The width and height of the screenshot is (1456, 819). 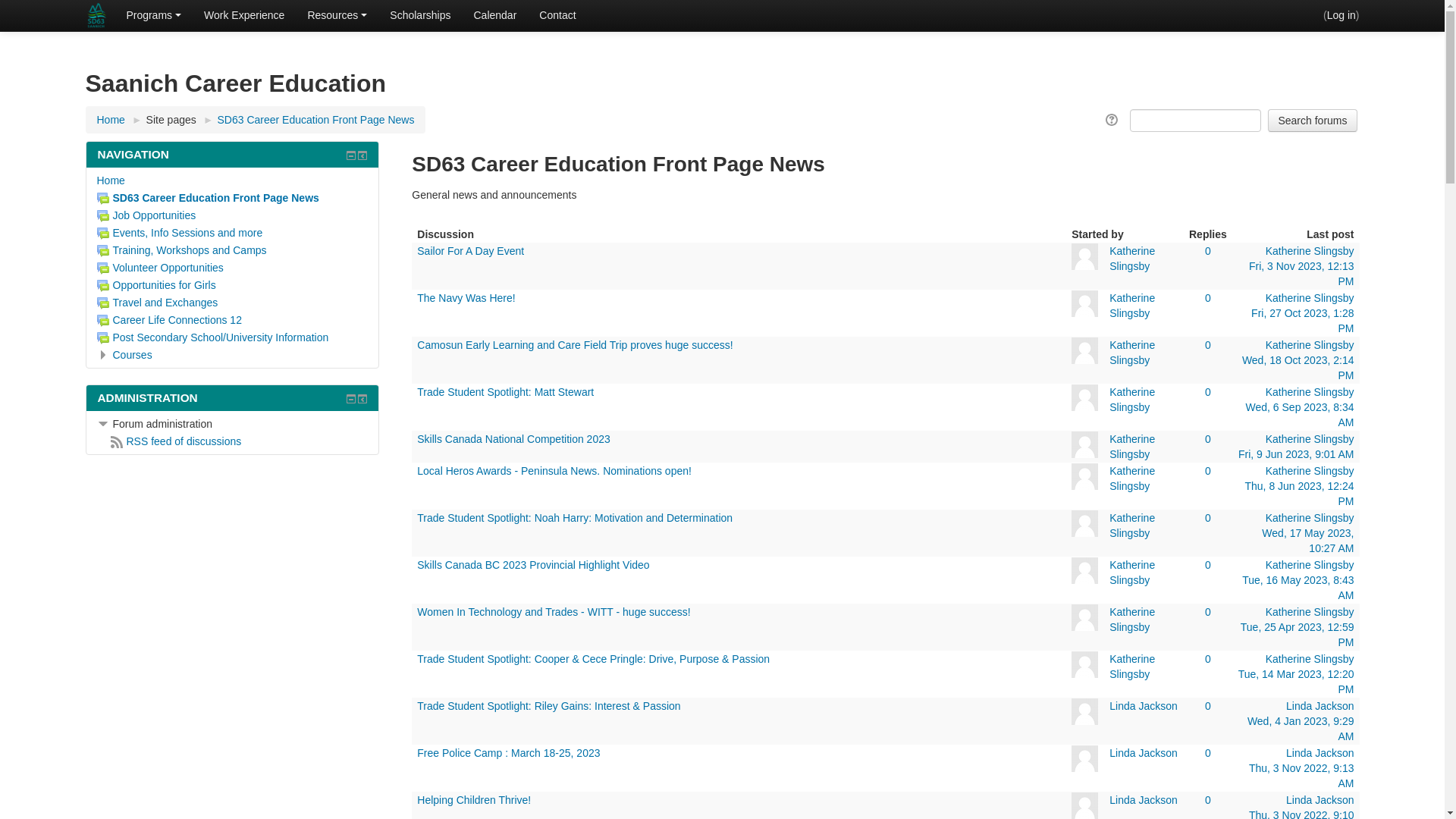 I want to click on 'Training, Workshops and Camps', so click(x=182, y=249).